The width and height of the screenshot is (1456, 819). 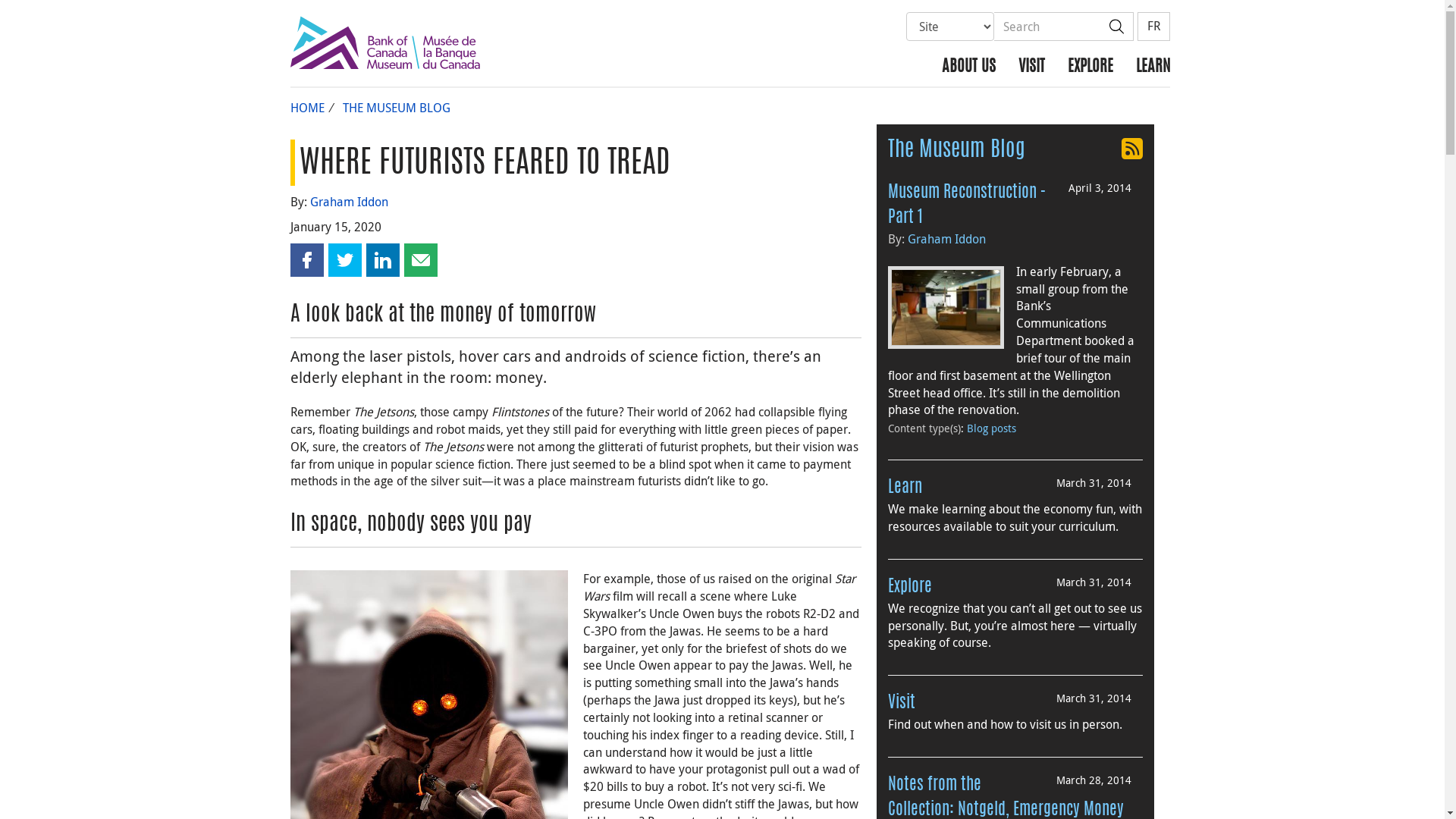 I want to click on 'FR', so click(x=1153, y=26).